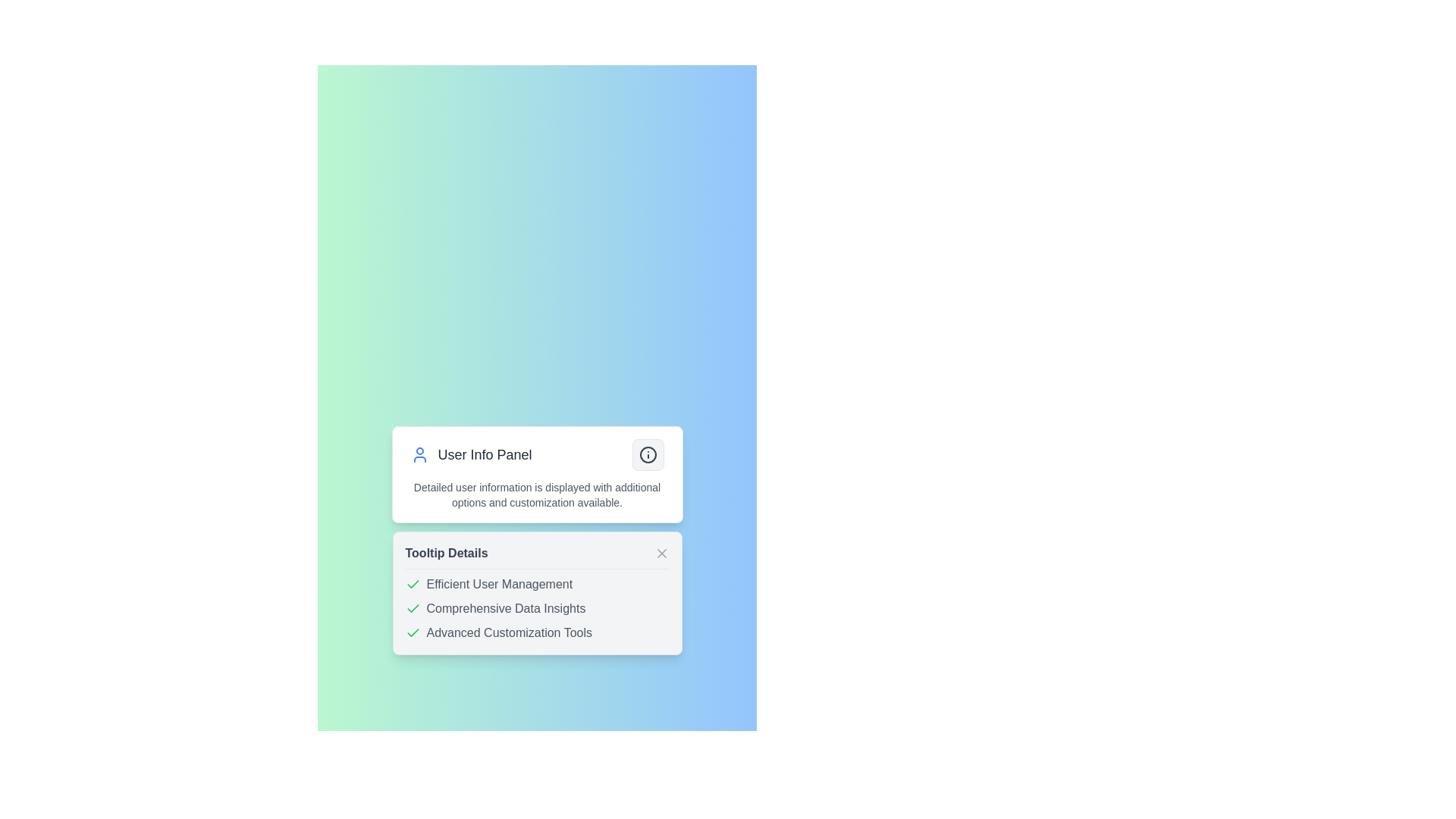 The width and height of the screenshot is (1456, 819). I want to click on the circular SVG graphic icon located in the top-right corner of the 'User Info Panel' card, so click(648, 454).